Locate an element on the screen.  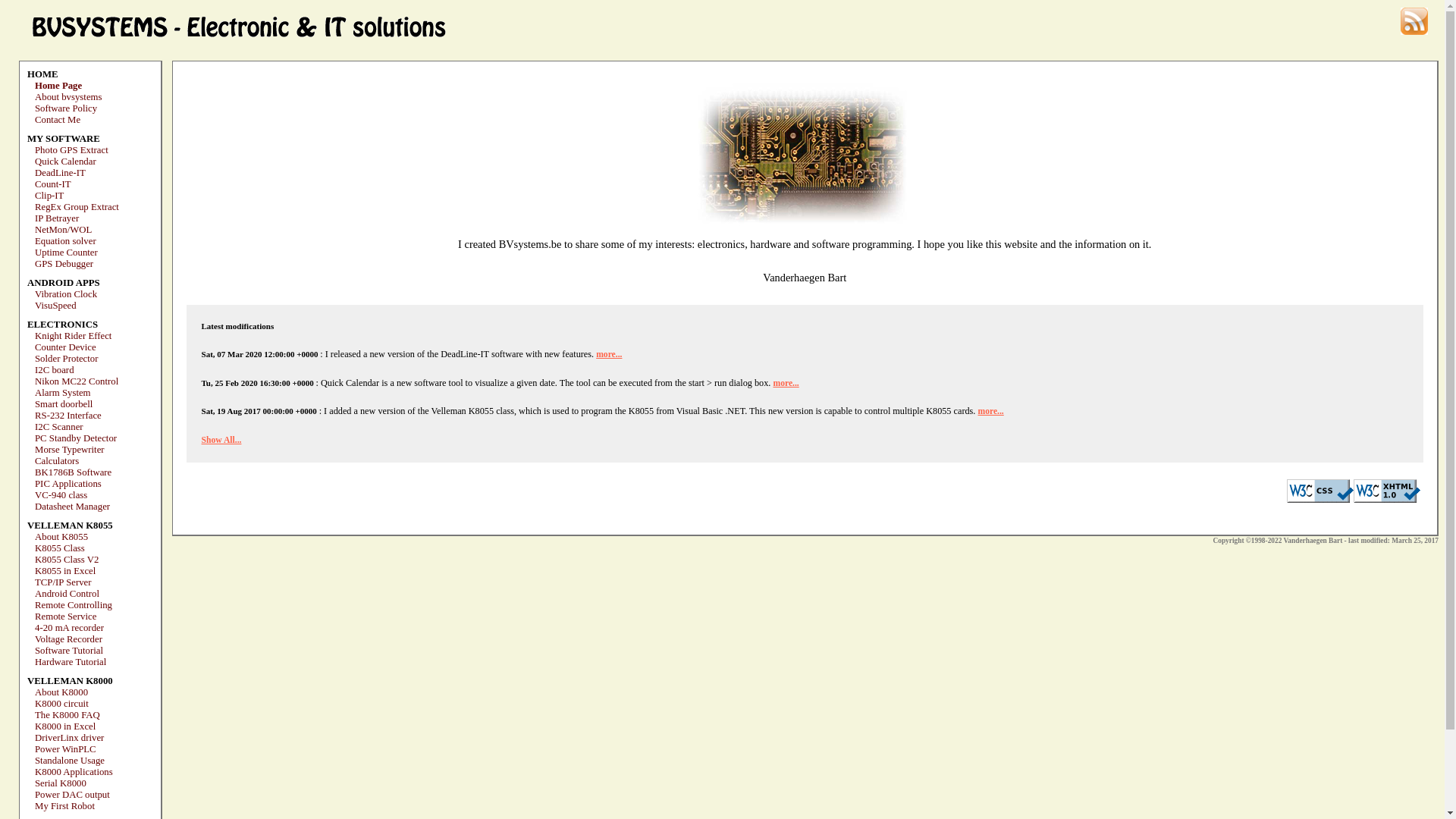
'Power DAC output' is located at coordinates (71, 794).